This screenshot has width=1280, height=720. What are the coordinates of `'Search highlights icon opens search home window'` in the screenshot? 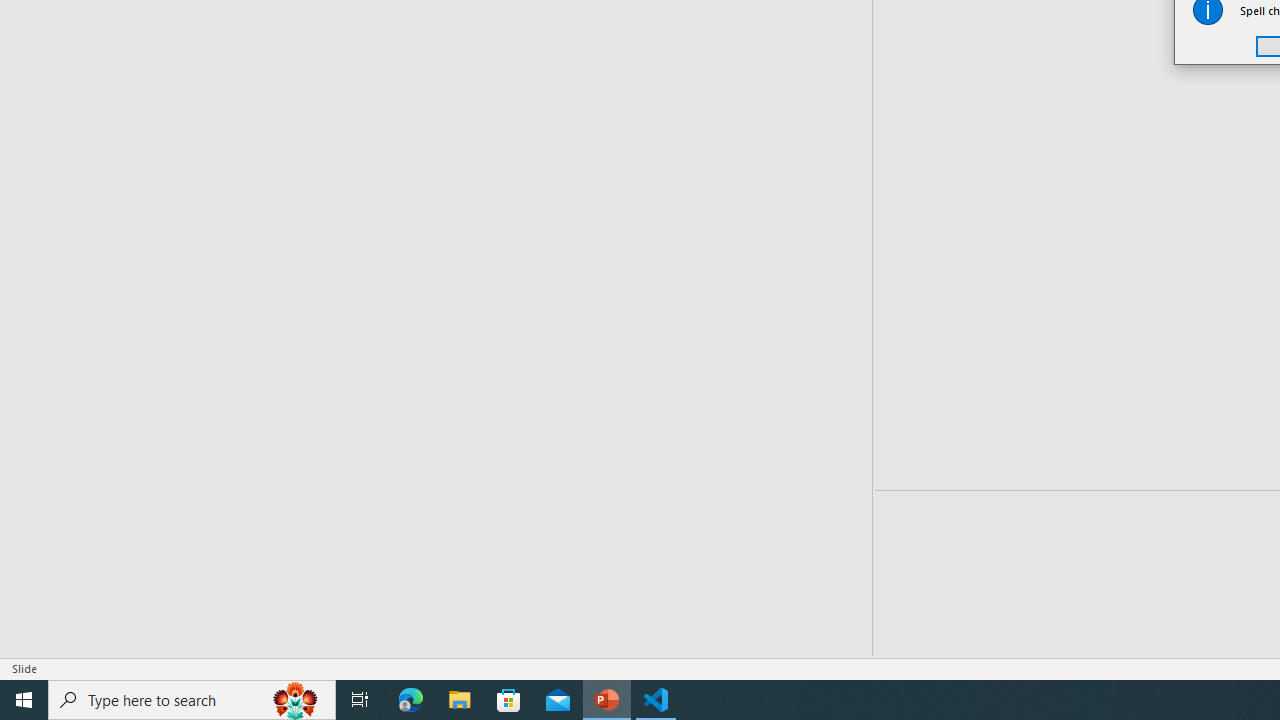 It's located at (294, 698).